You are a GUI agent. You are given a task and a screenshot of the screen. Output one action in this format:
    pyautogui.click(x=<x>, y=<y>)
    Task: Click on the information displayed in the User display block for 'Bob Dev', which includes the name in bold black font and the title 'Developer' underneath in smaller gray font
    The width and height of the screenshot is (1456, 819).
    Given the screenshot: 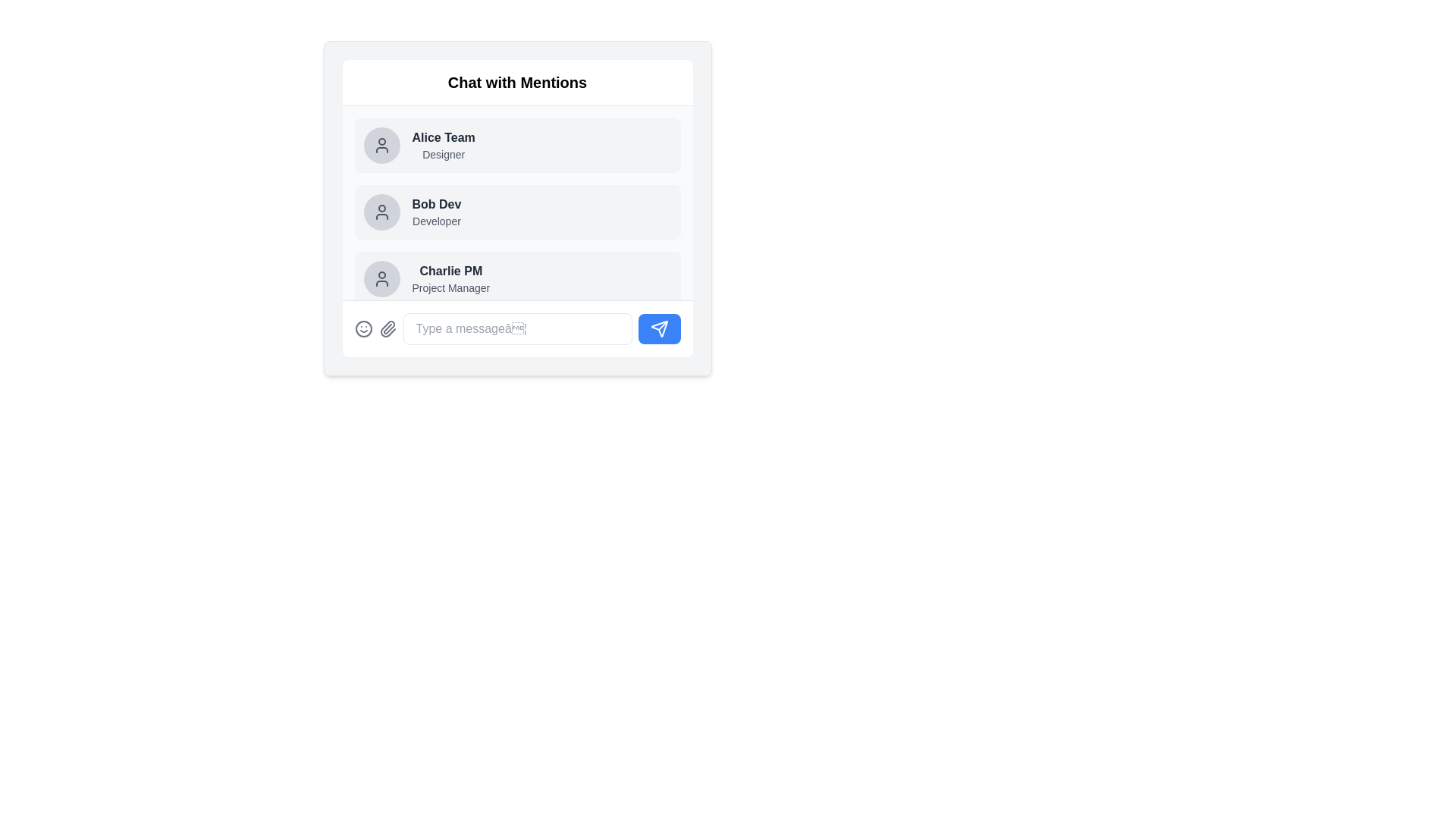 What is the action you would take?
    pyautogui.click(x=436, y=212)
    